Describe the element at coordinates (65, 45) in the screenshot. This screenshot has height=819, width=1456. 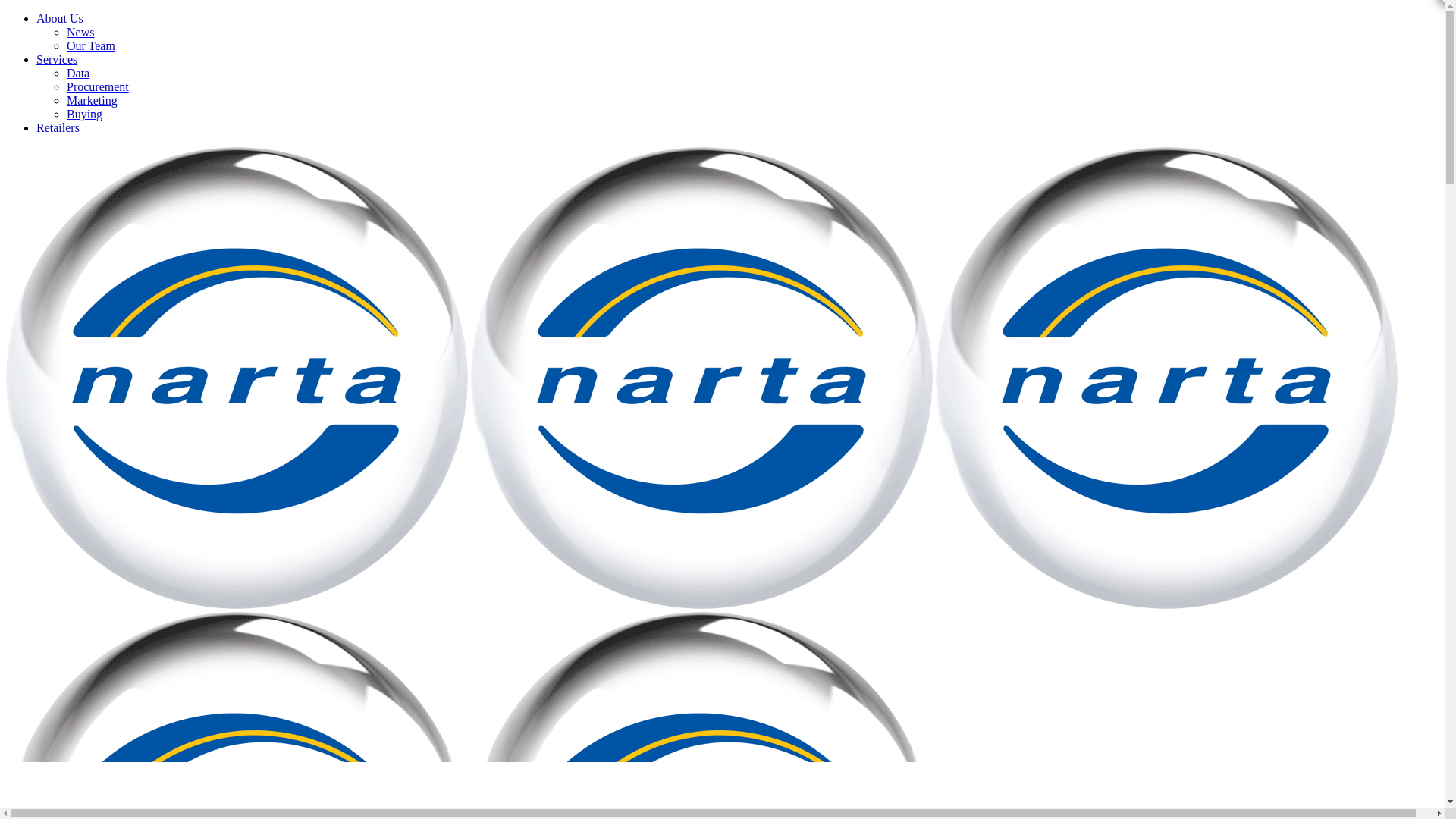
I see `'Our Team'` at that location.